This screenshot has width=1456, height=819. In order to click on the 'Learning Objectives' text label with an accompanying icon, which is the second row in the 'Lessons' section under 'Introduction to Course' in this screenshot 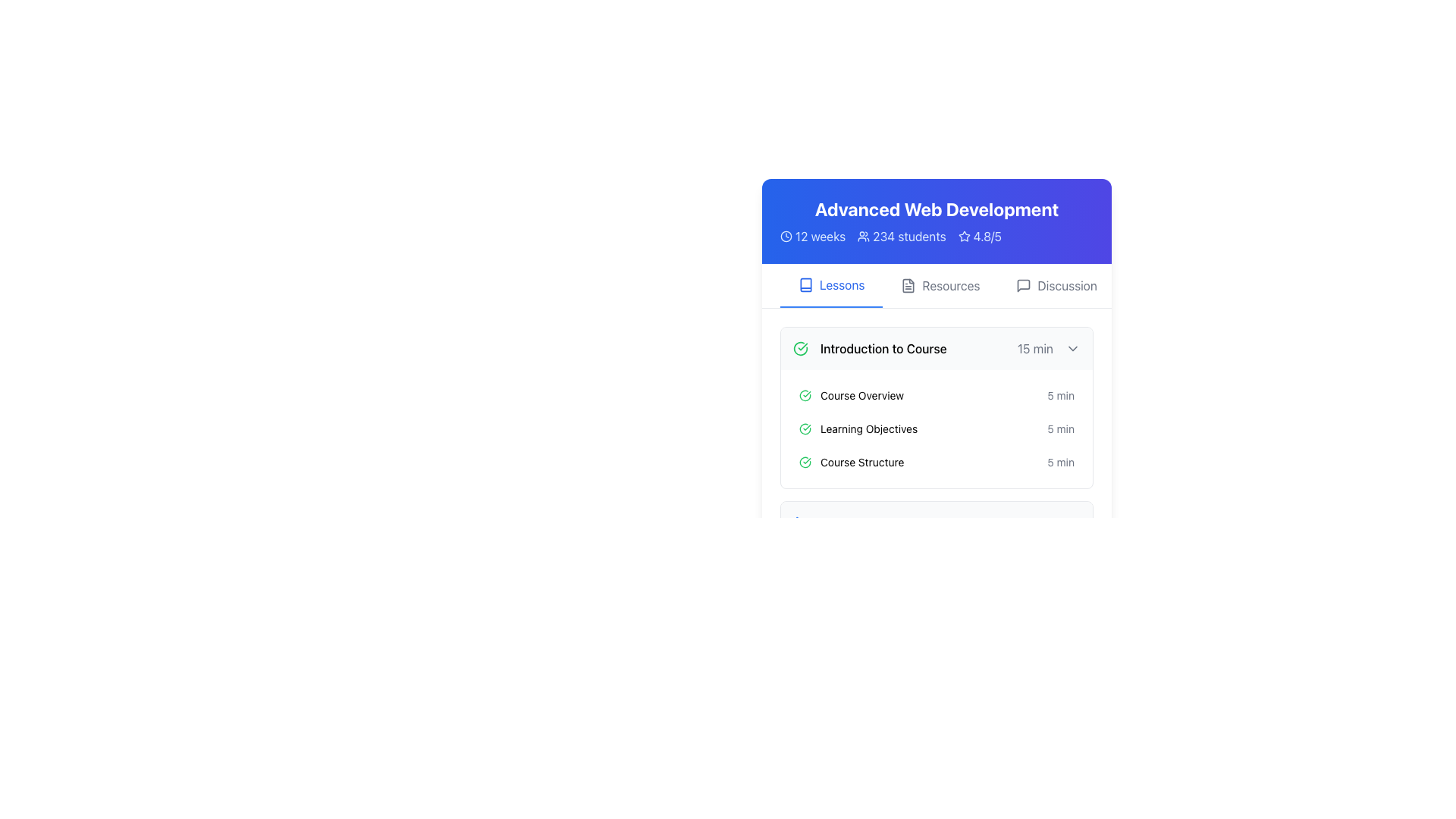, I will do `click(858, 429)`.